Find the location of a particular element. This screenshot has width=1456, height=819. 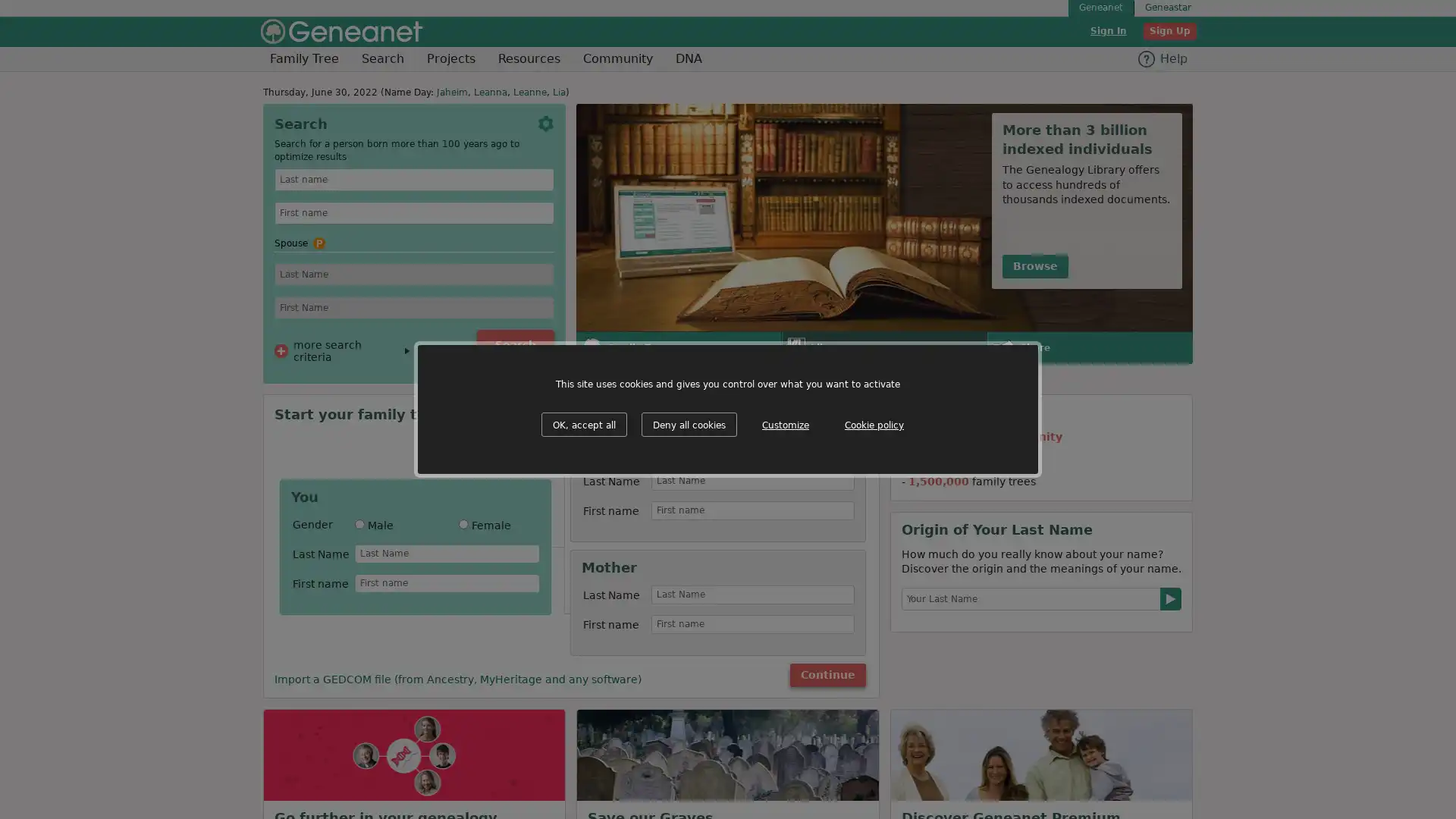

OK, accept all is located at coordinates (583, 424).